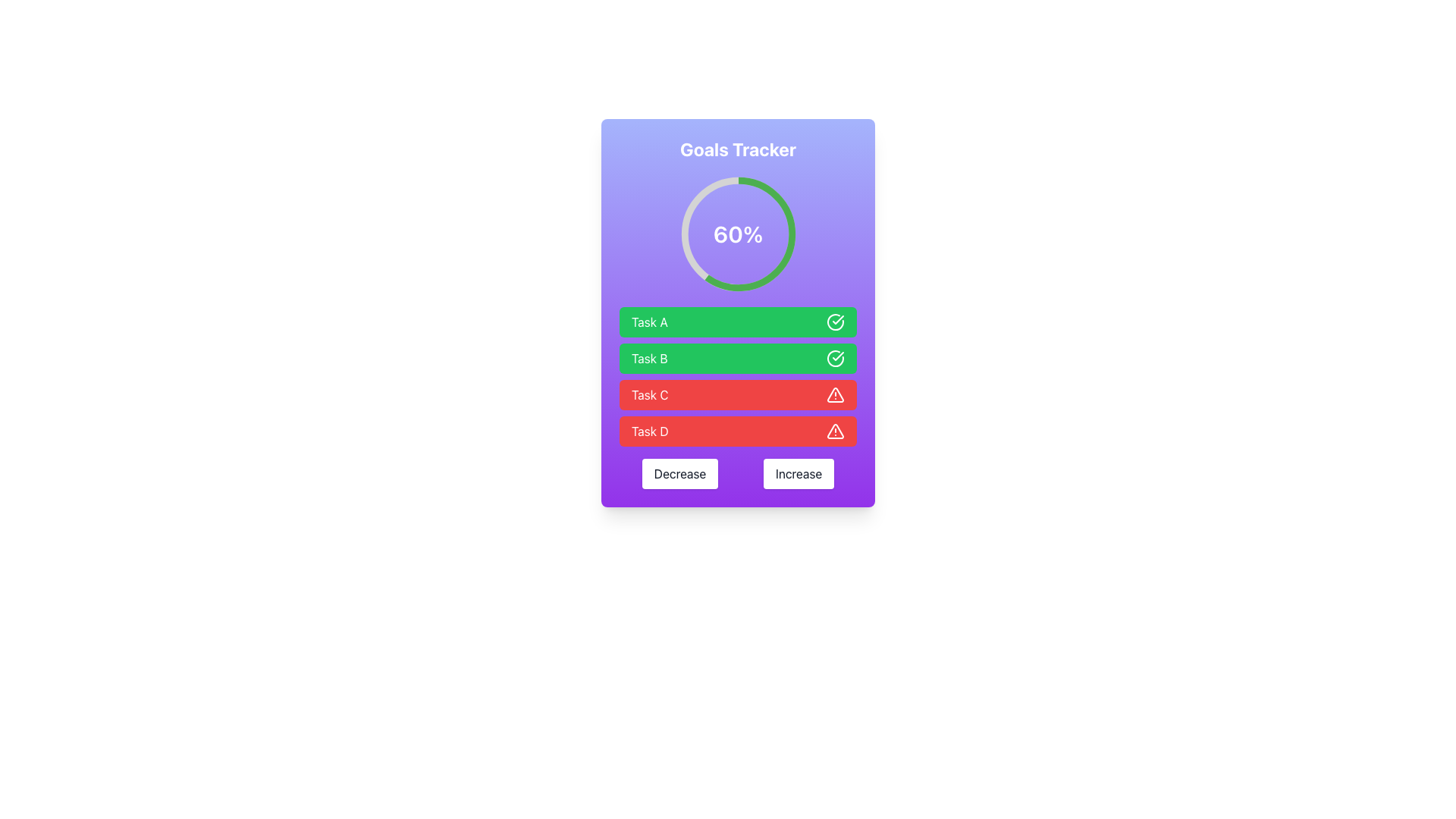 The height and width of the screenshot is (819, 1456). What do you see at coordinates (835, 359) in the screenshot?
I see `the completed task indicator icon for 'Task B', which is the second icon in the task list, located to the right of the 'Task B' text` at bounding box center [835, 359].